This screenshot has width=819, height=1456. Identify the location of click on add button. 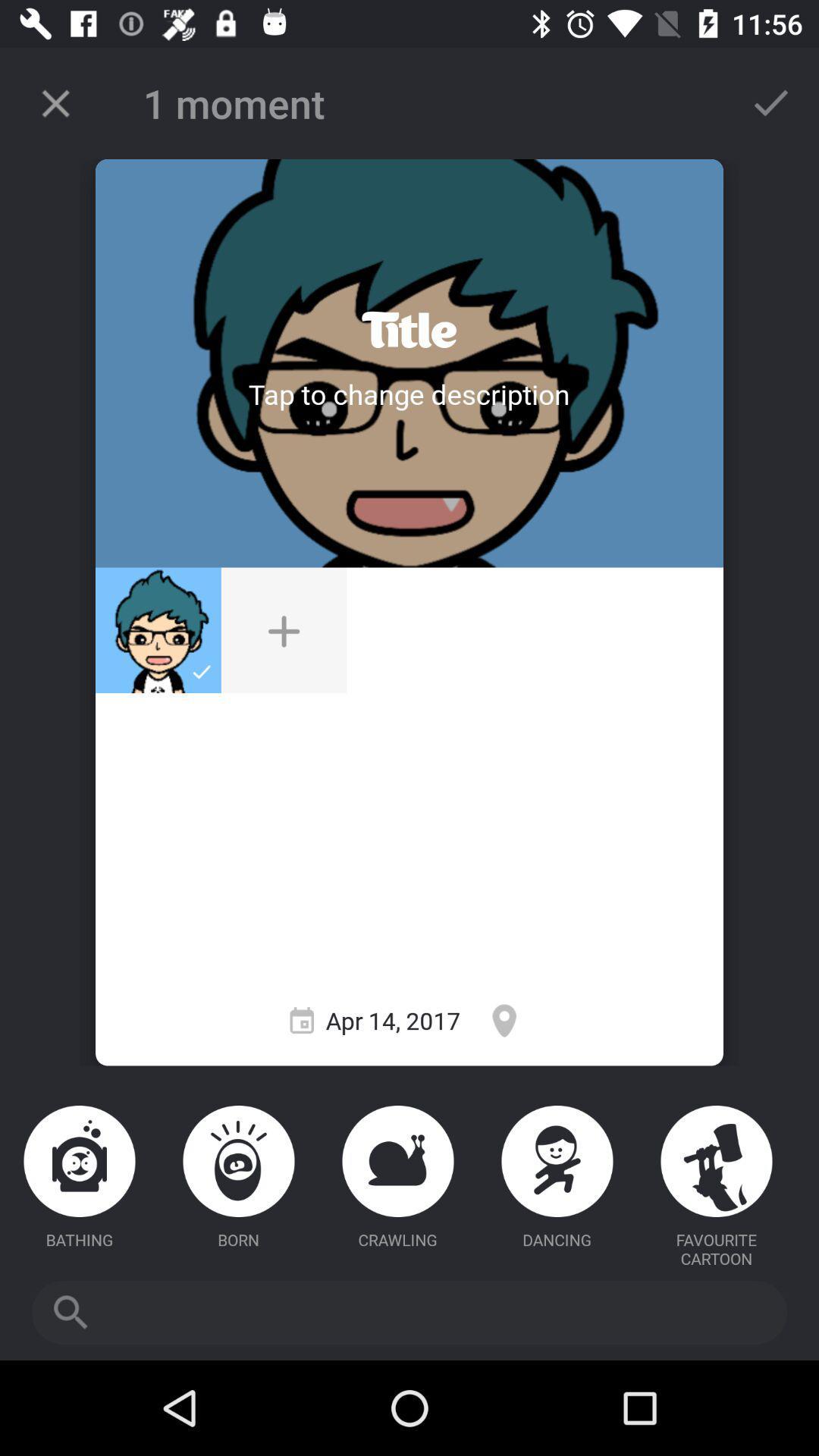
(284, 630).